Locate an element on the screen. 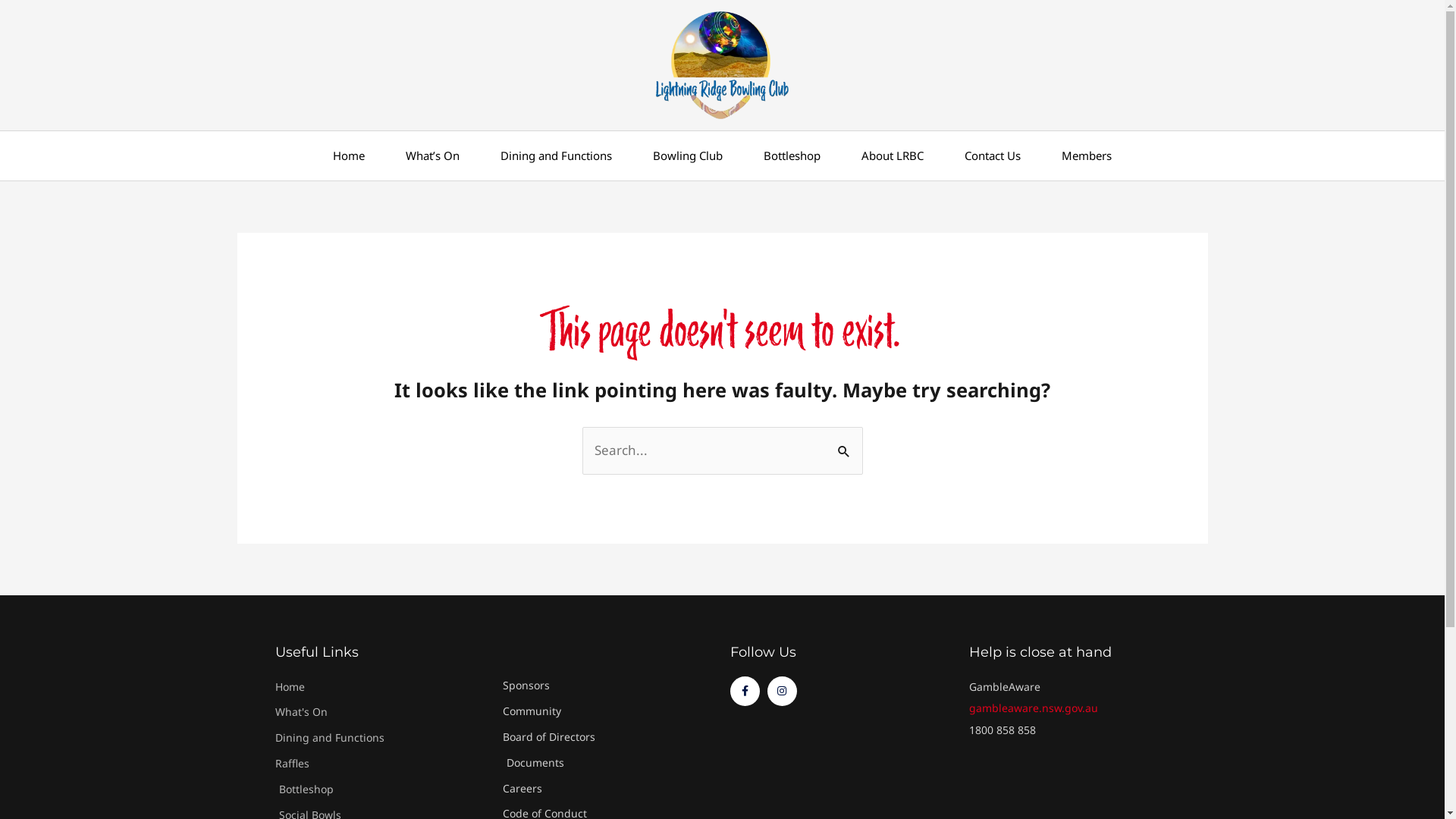 This screenshot has height=819, width=1456. 'Home' is located at coordinates (348, 155).